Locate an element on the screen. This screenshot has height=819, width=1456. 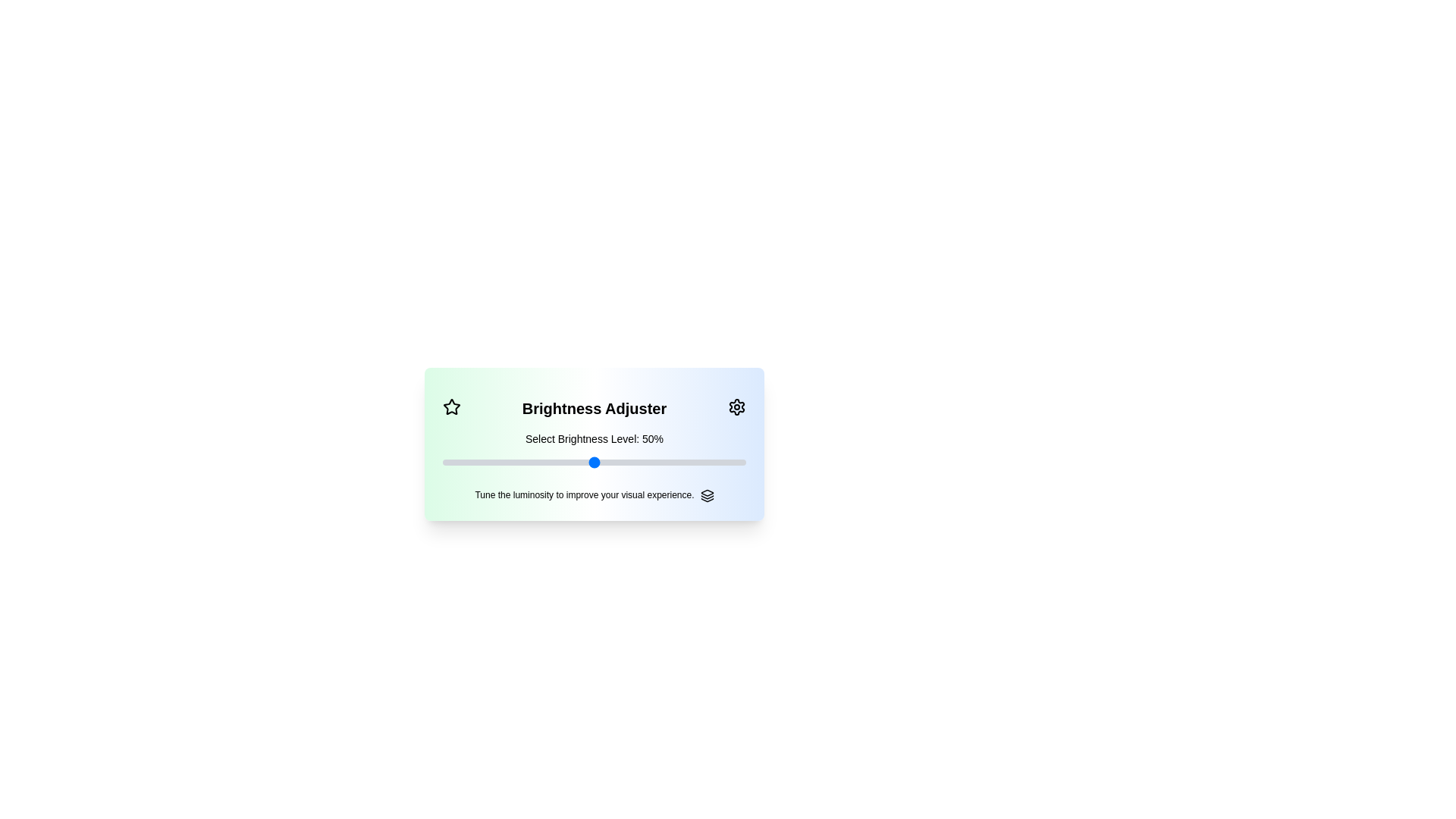
the slider to set brightness to 16% is located at coordinates (442, 461).